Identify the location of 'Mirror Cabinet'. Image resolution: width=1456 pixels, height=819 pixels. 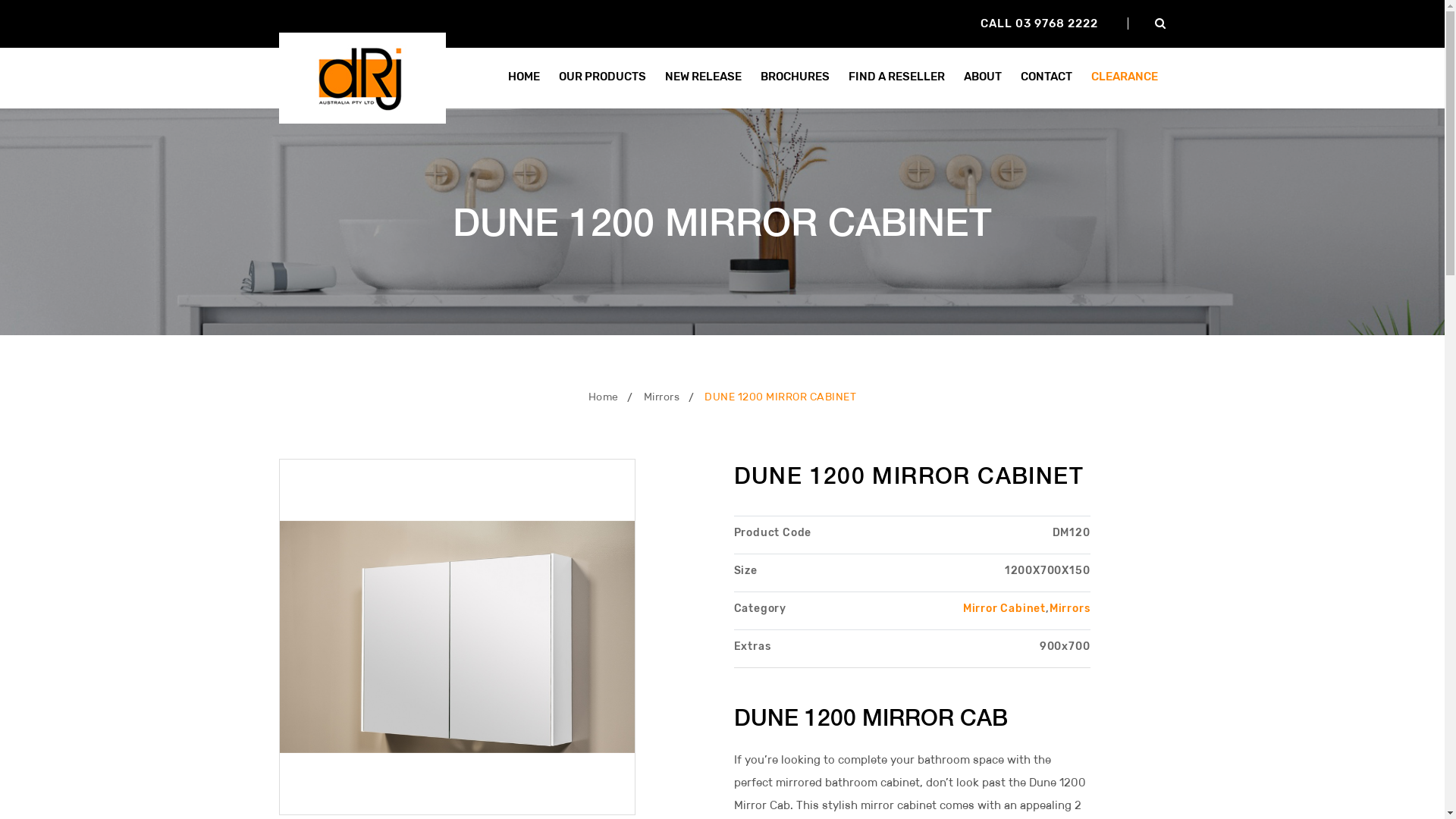
(962, 607).